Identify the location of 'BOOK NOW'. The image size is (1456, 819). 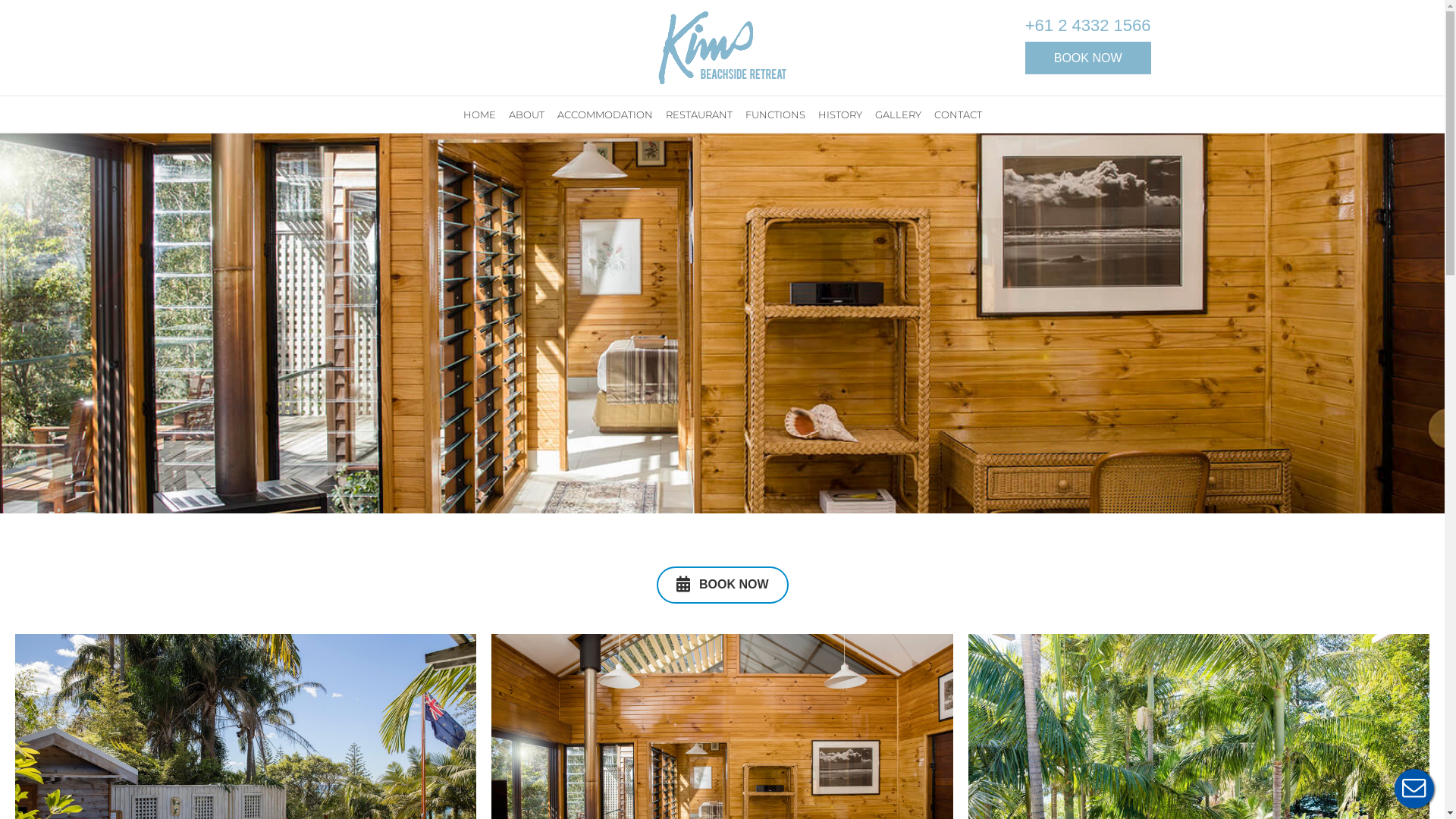
(1087, 57).